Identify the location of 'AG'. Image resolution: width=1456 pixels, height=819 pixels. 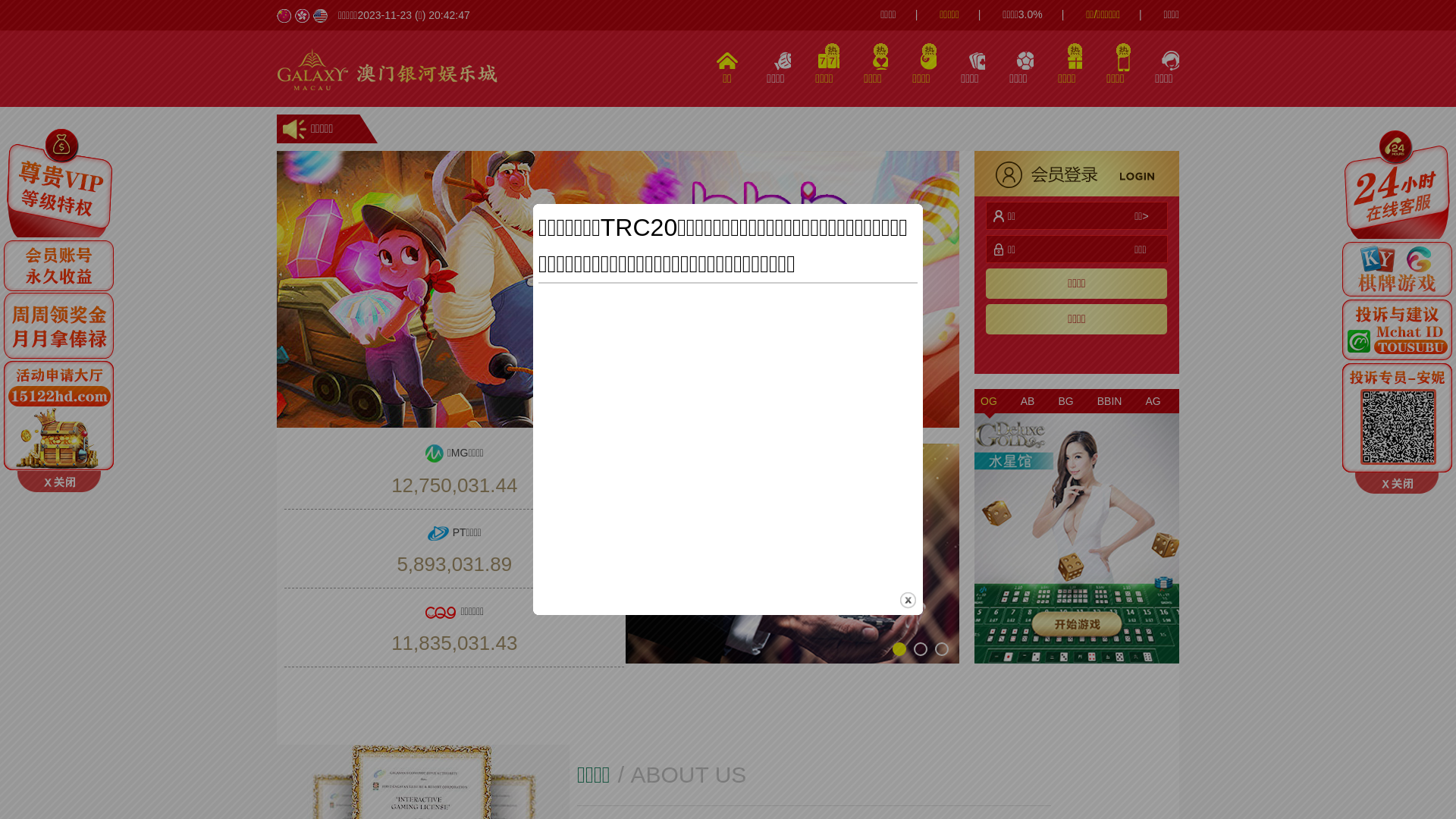
(1153, 400).